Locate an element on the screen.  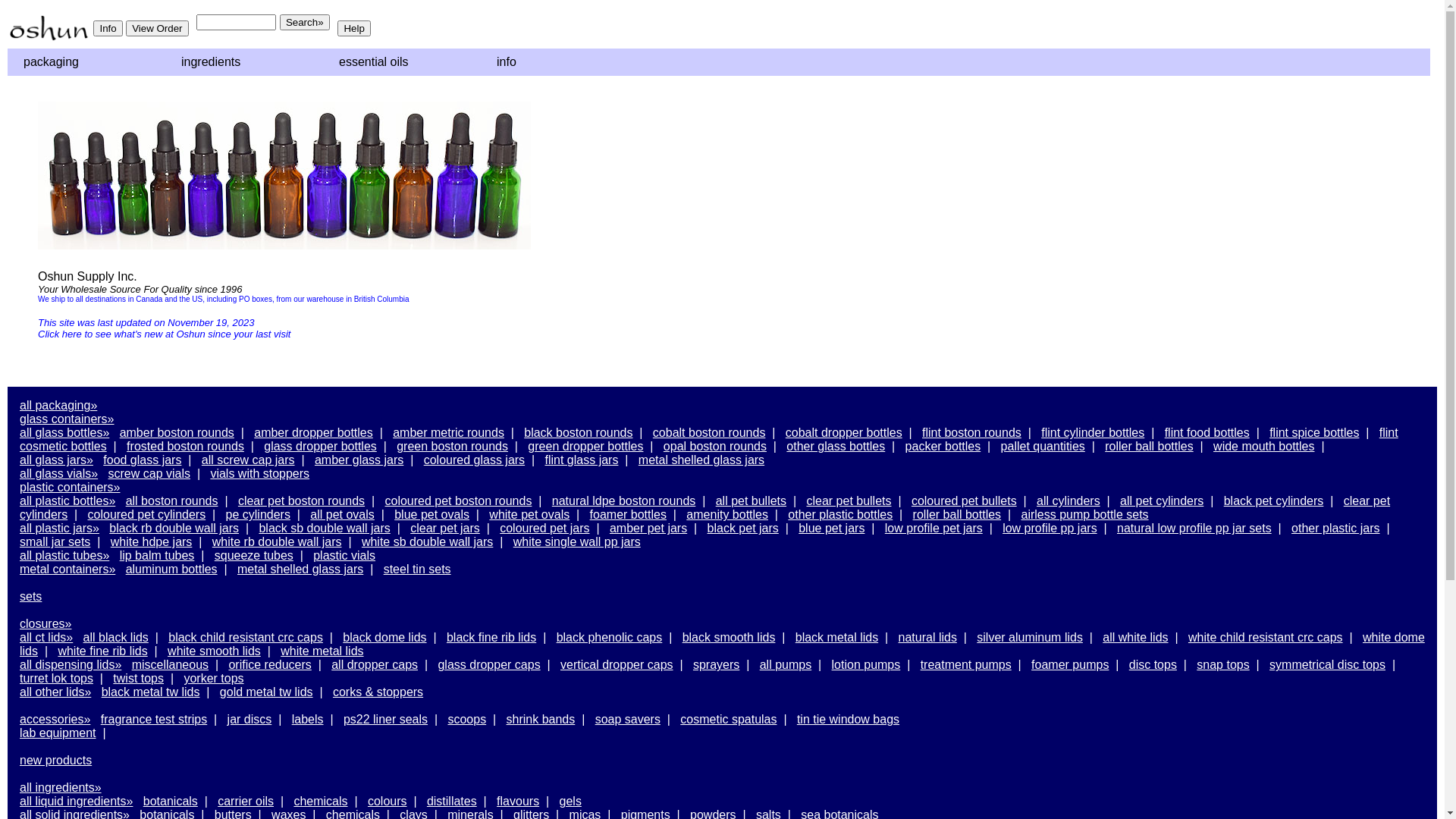
'yorker tops' is located at coordinates (212, 677).